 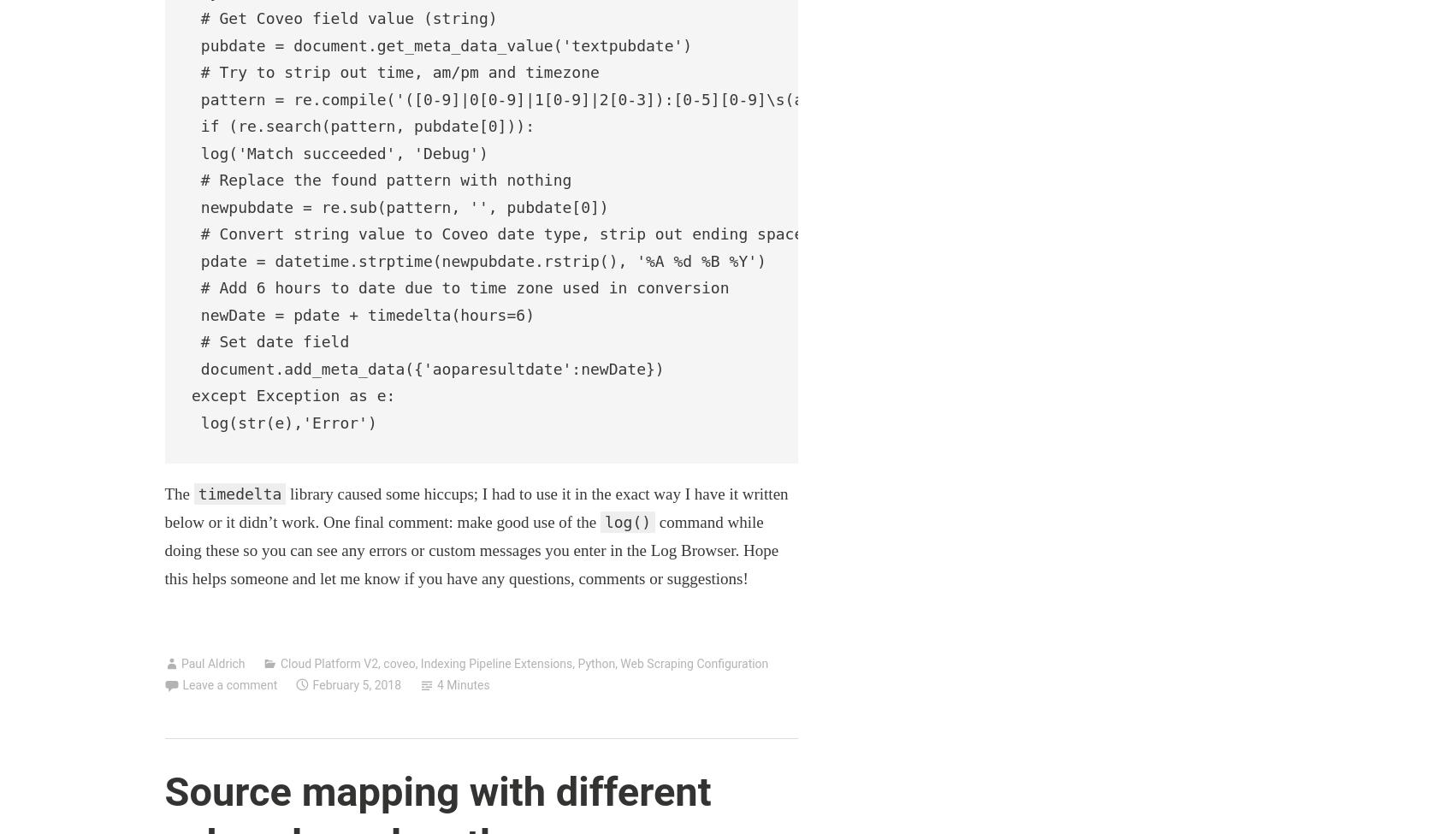 What do you see at coordinates (238, 492) in the screenshot?
I see `'timedelta'` at bounding box center [238, 492].